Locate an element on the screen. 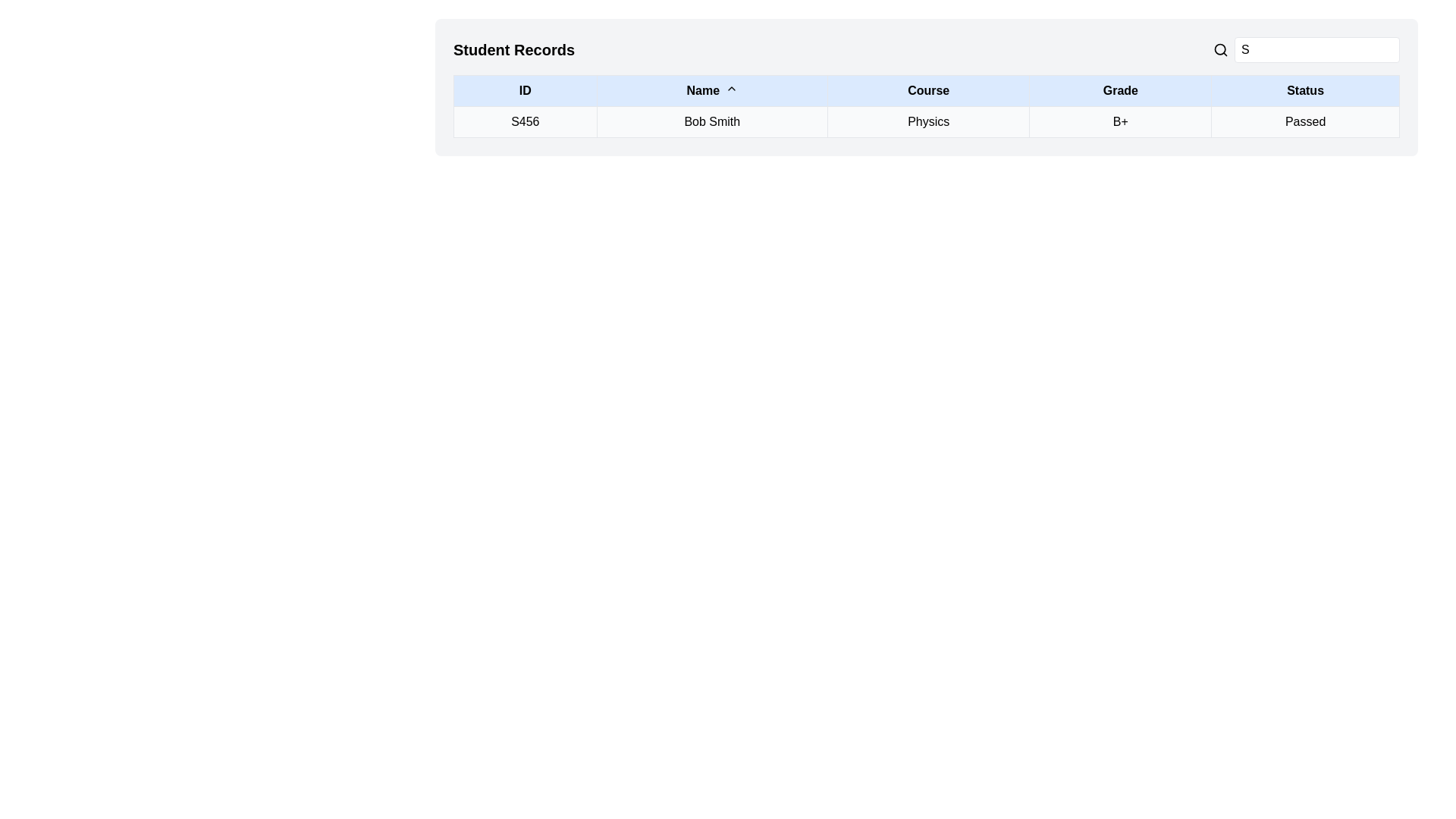 The width and height of the screenshot is (1456, 819). the table cell displaying the course name for the student record of 'Bob Smith' in the 'Student Records' table, located in the third cell of the 'Course' column is located at coordinates (927, 121).